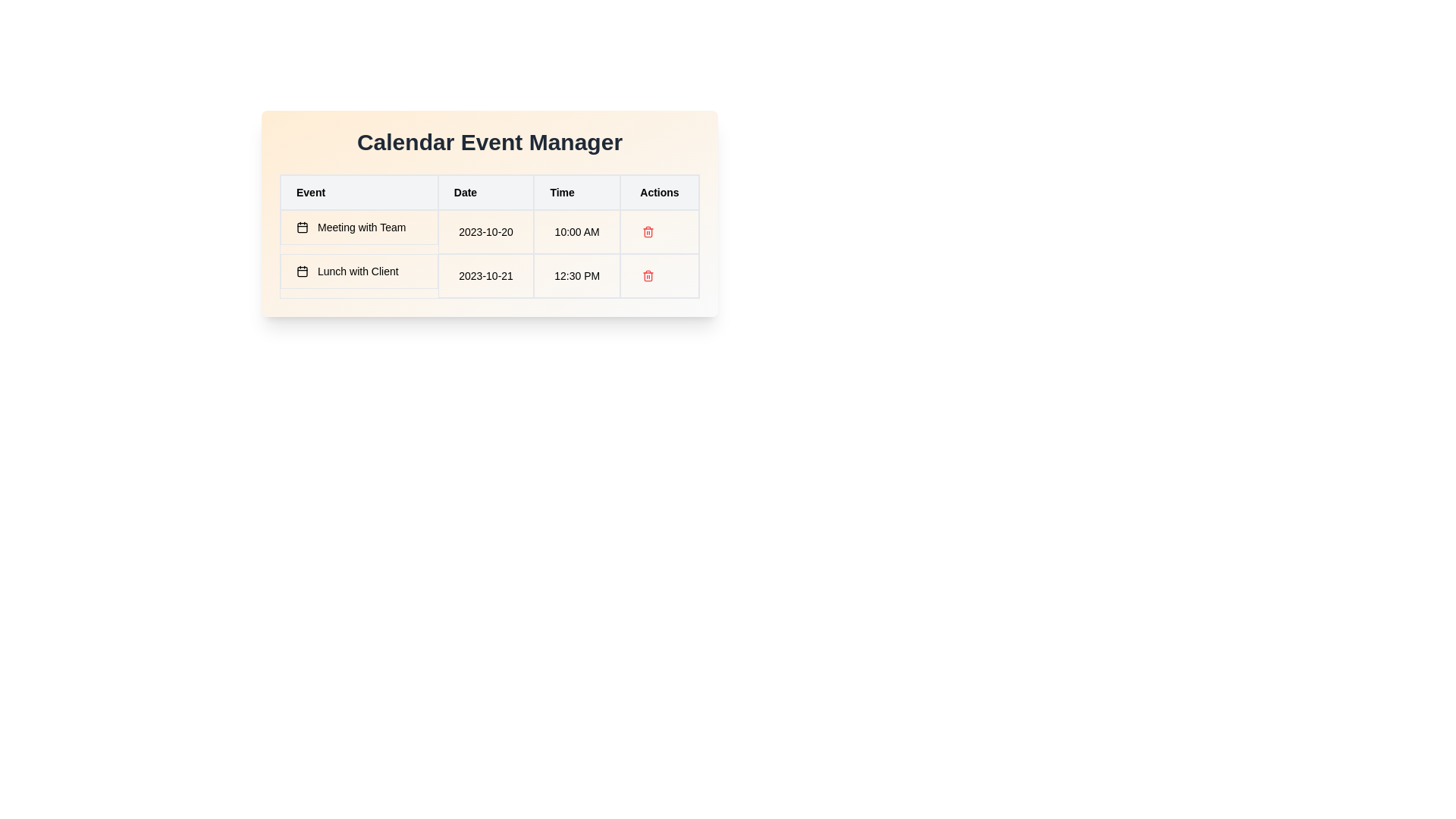 The width and height of the screenshot is (1456, 819). What do you see at coordinates (358, 227) in the screenshot?
I see `the Text label with an icon located in the first row of the table under the 'Event' column, positioned to the left of the date and time columns` at bounding box center [358, 227].